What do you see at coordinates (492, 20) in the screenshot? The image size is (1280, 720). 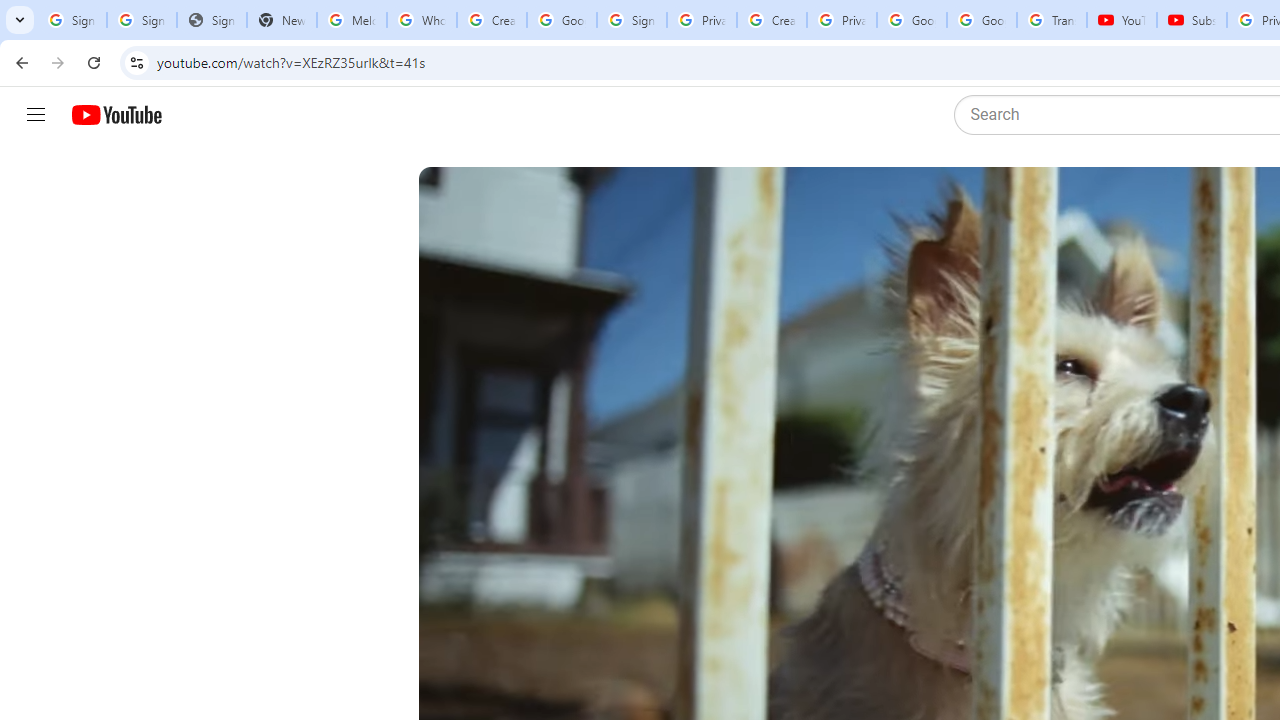 I see `'Create your Google Account'` at bounding box center [492, 20].